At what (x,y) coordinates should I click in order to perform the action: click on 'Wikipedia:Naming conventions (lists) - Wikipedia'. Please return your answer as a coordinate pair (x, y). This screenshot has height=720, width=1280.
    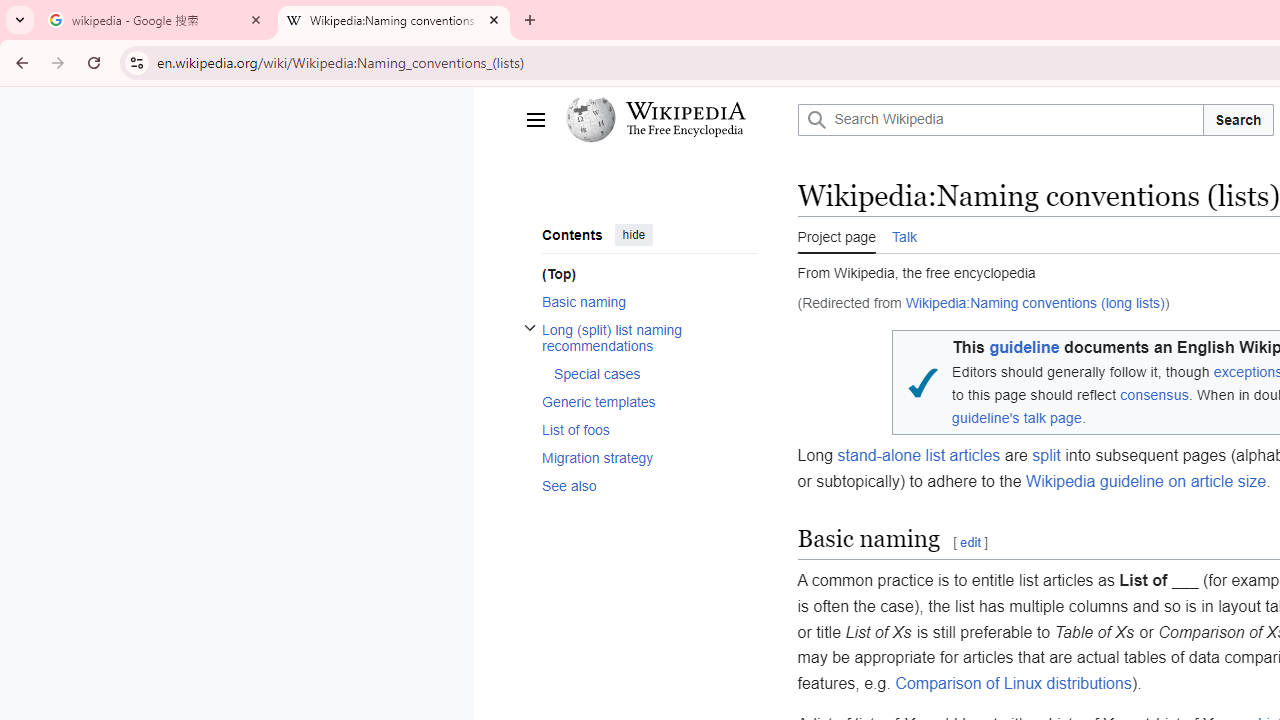
    Looking at the image, I should click on (394, 20).